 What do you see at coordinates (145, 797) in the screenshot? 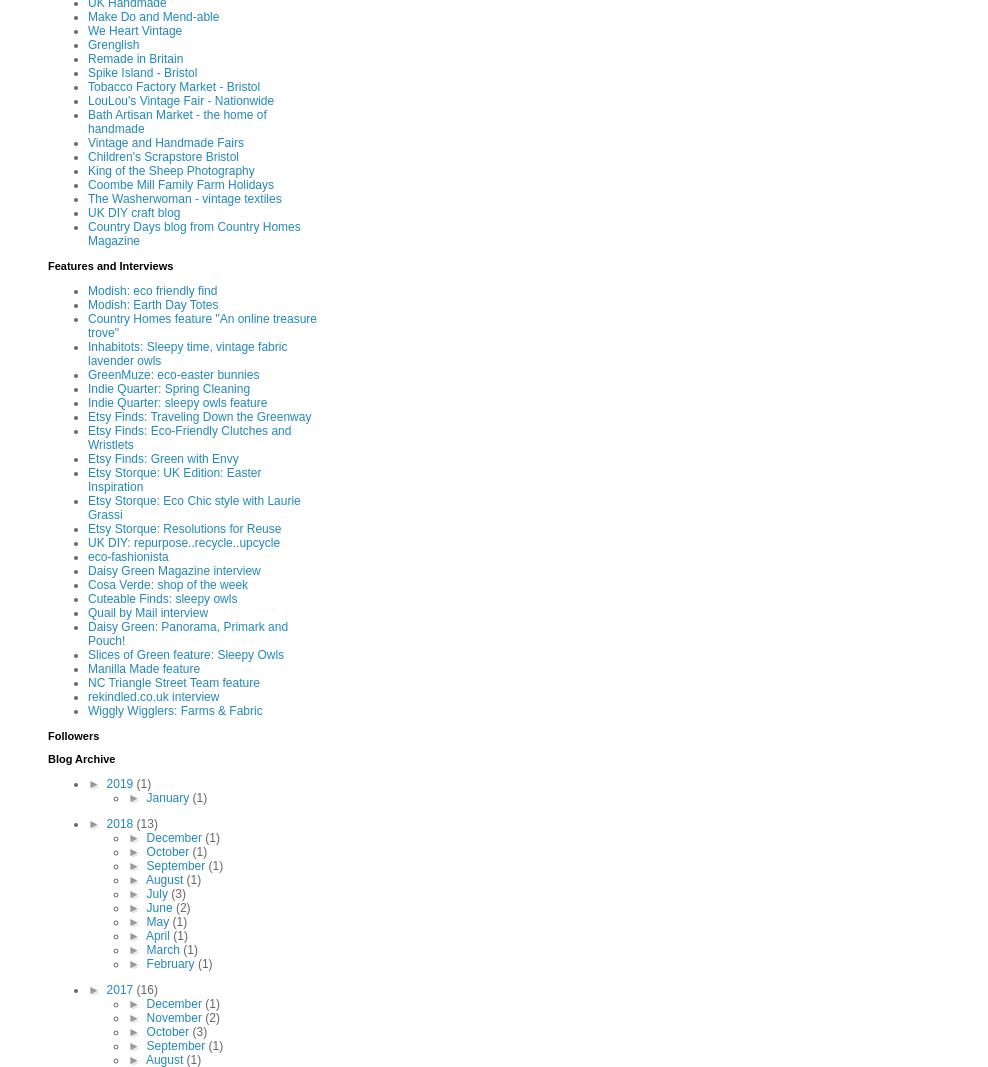
I see `'January'` at bounding box center [145, 797].